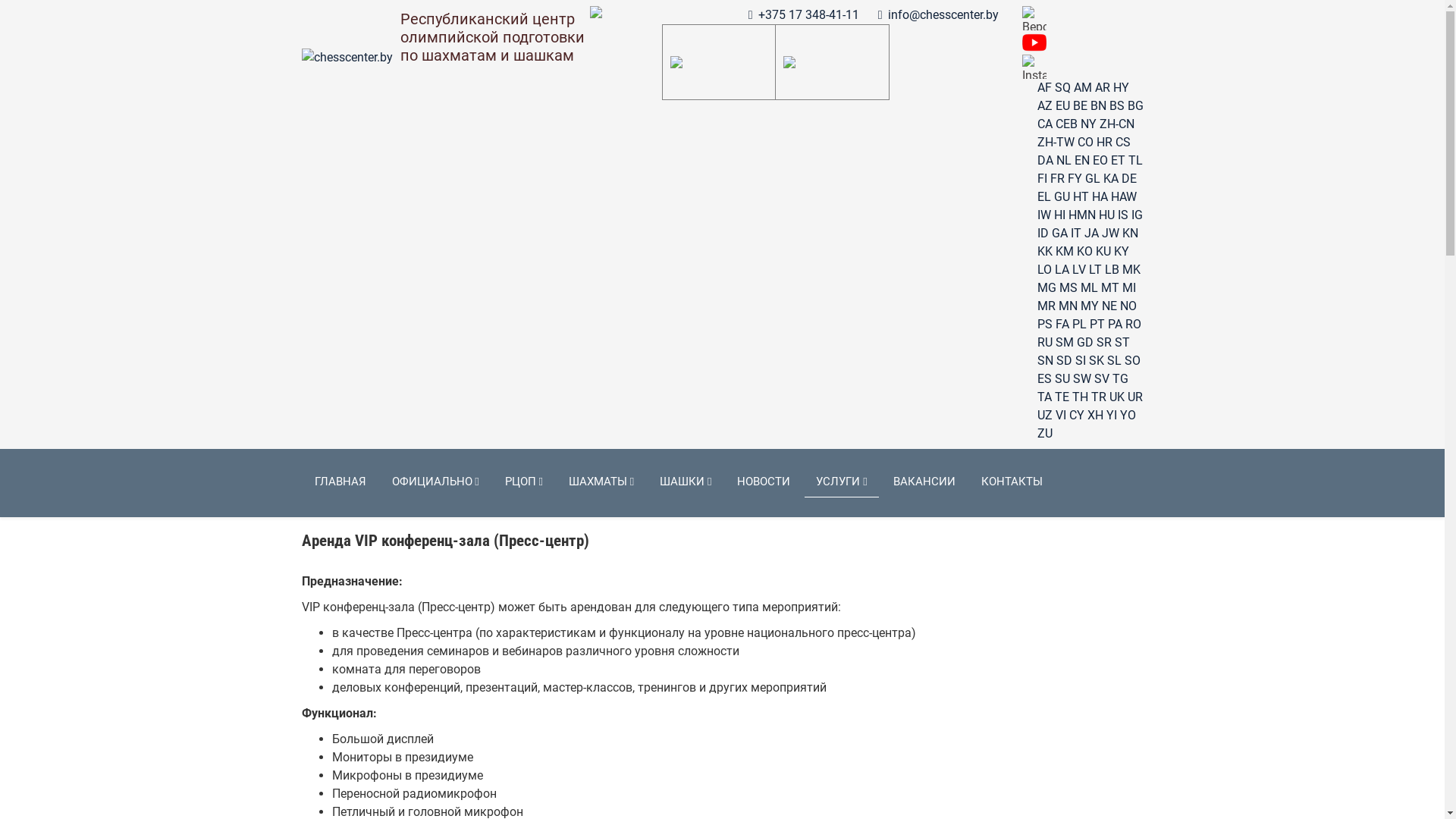 This screenshot has height=819, width=1456. What do you see at coordinates (1076, 342) in the screenshot?
I see `'GD'` at bounding box center [1076, 342].